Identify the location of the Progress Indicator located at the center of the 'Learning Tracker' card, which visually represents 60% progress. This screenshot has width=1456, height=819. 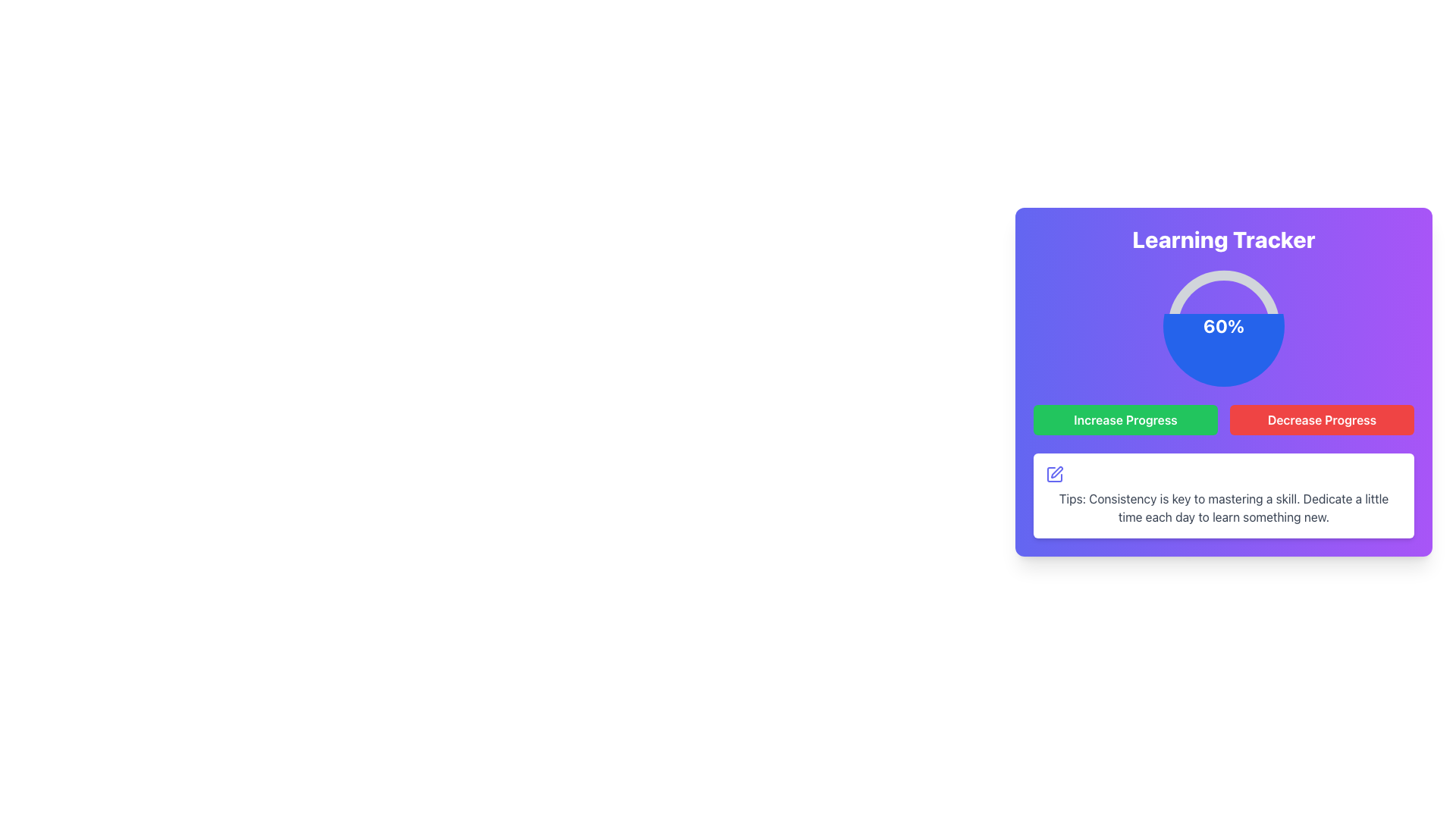
(1223, 325).